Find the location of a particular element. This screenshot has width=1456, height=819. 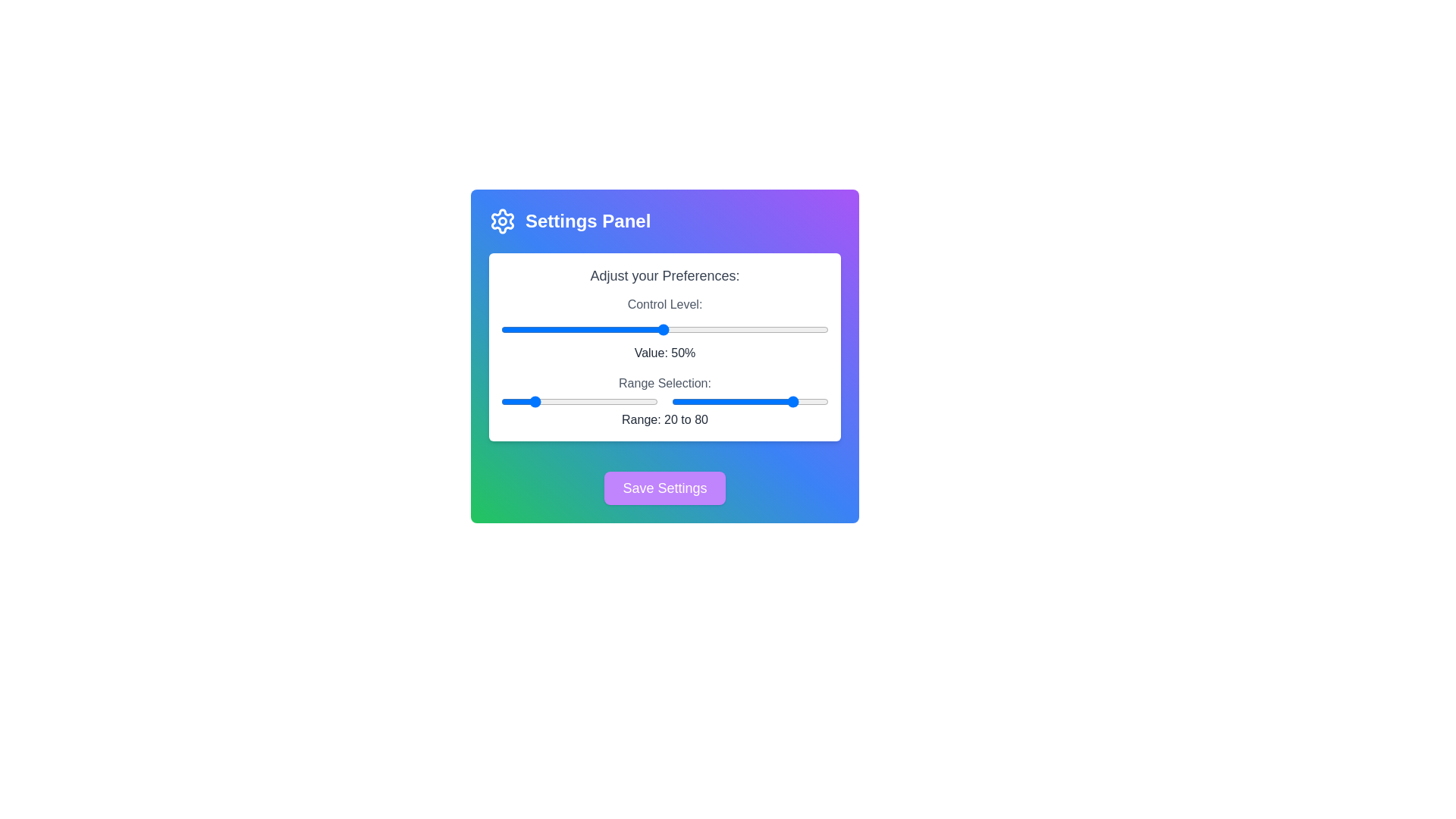

the gear-like settings icon located in the top left corner of the settings panel header is located at coordinates (502, 221).